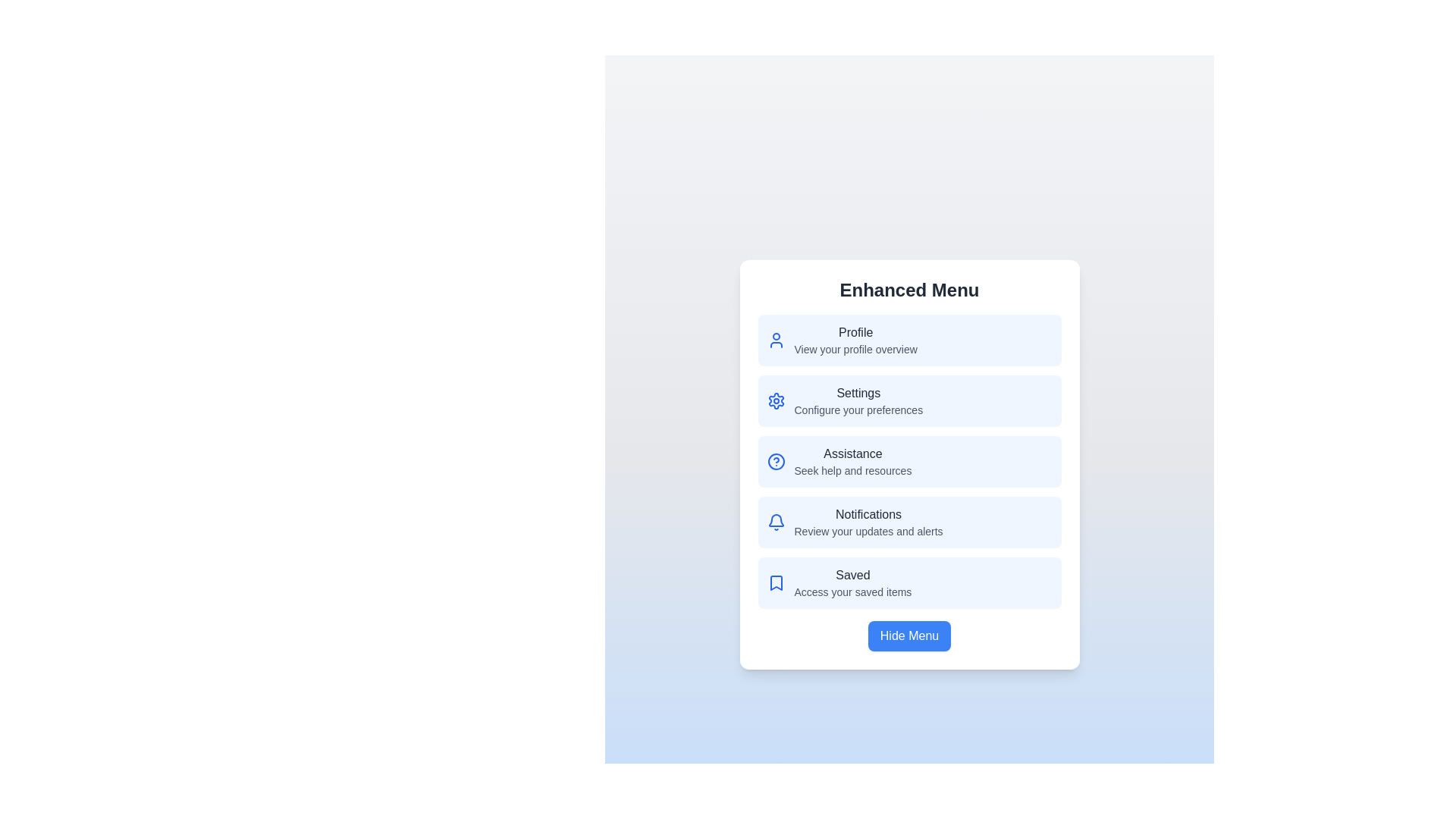 The width and height of the screenshot is (1456, 819). Describe the element at coordinates (909, 522) in the screenshot. I see `the menu option Notifications to view its details` at that location.